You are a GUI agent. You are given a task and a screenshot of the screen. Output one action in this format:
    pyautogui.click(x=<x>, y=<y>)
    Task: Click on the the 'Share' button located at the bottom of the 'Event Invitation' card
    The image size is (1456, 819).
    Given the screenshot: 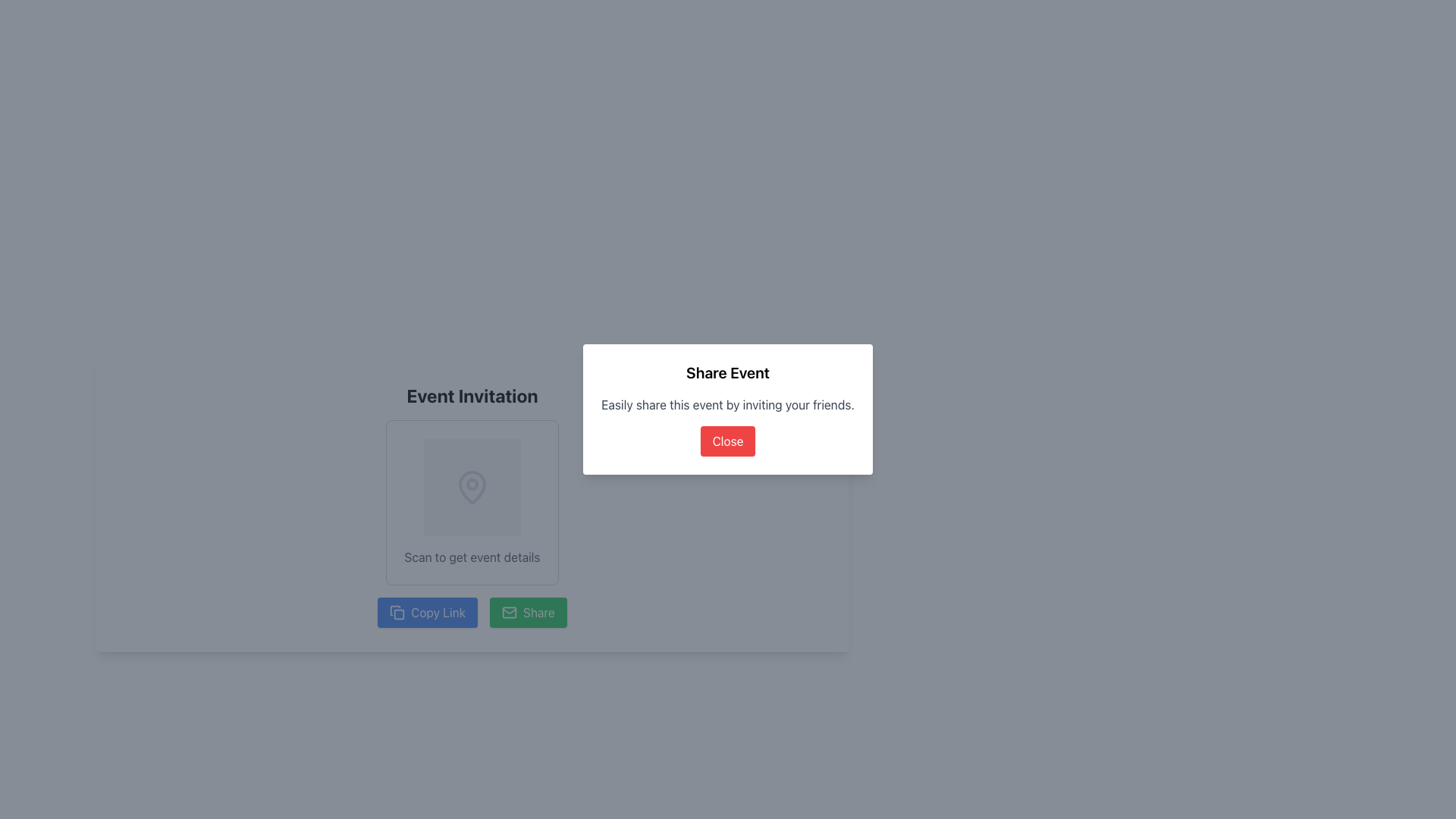 What is the action you would take?
    pyautogui.click(x=472, y=611)
    